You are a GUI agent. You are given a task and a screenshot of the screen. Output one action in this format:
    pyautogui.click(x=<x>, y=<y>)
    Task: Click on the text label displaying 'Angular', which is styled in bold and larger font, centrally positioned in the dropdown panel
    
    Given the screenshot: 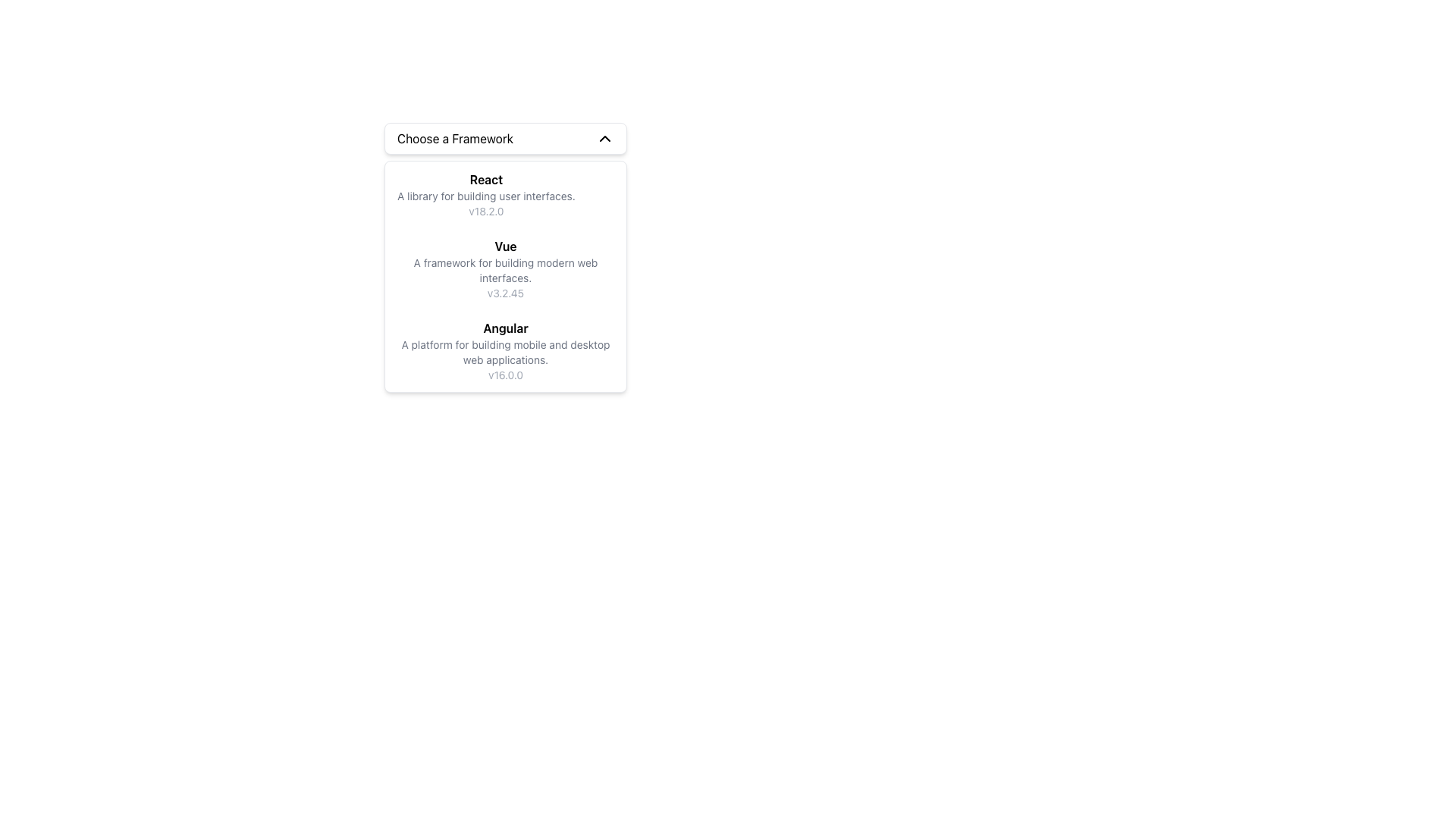 What is the action you would take?
    pyautogui.click(x=506, y=327)
    